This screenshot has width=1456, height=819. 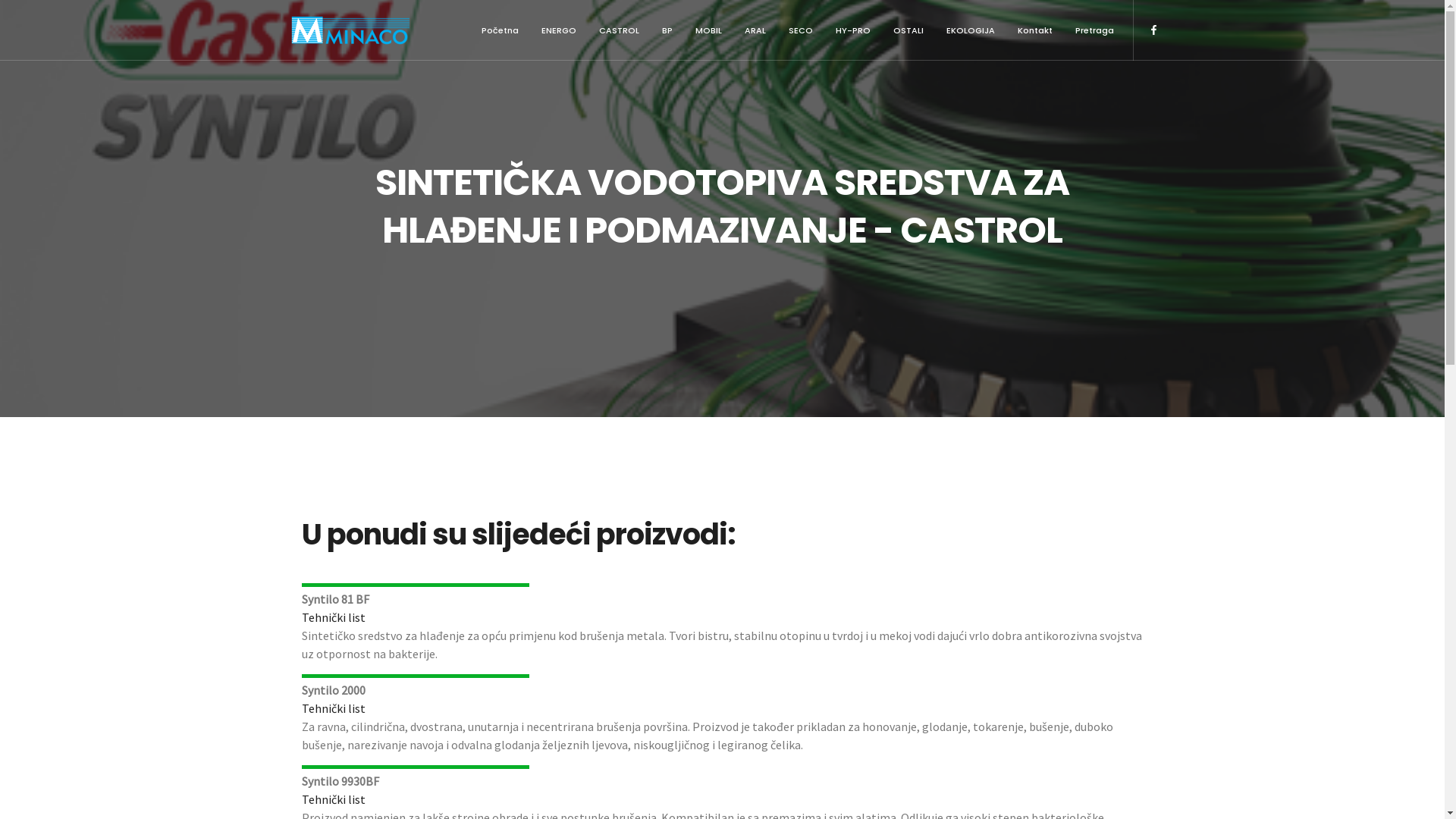 I want to click on 'ARAL', so click(x=754, y=30).